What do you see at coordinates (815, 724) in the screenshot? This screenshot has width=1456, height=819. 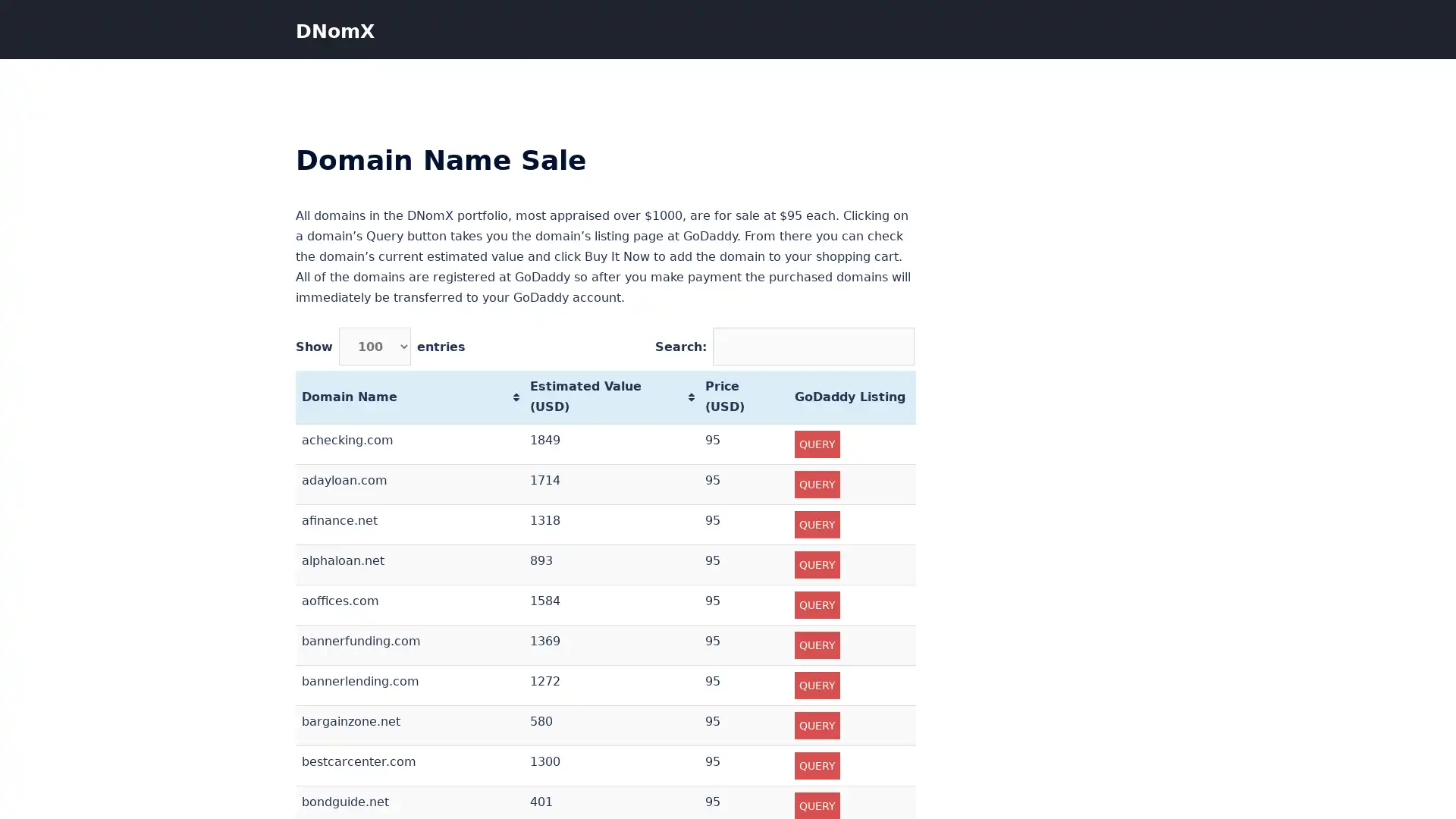 I see `QUERY` at bounding box center [815, 724].